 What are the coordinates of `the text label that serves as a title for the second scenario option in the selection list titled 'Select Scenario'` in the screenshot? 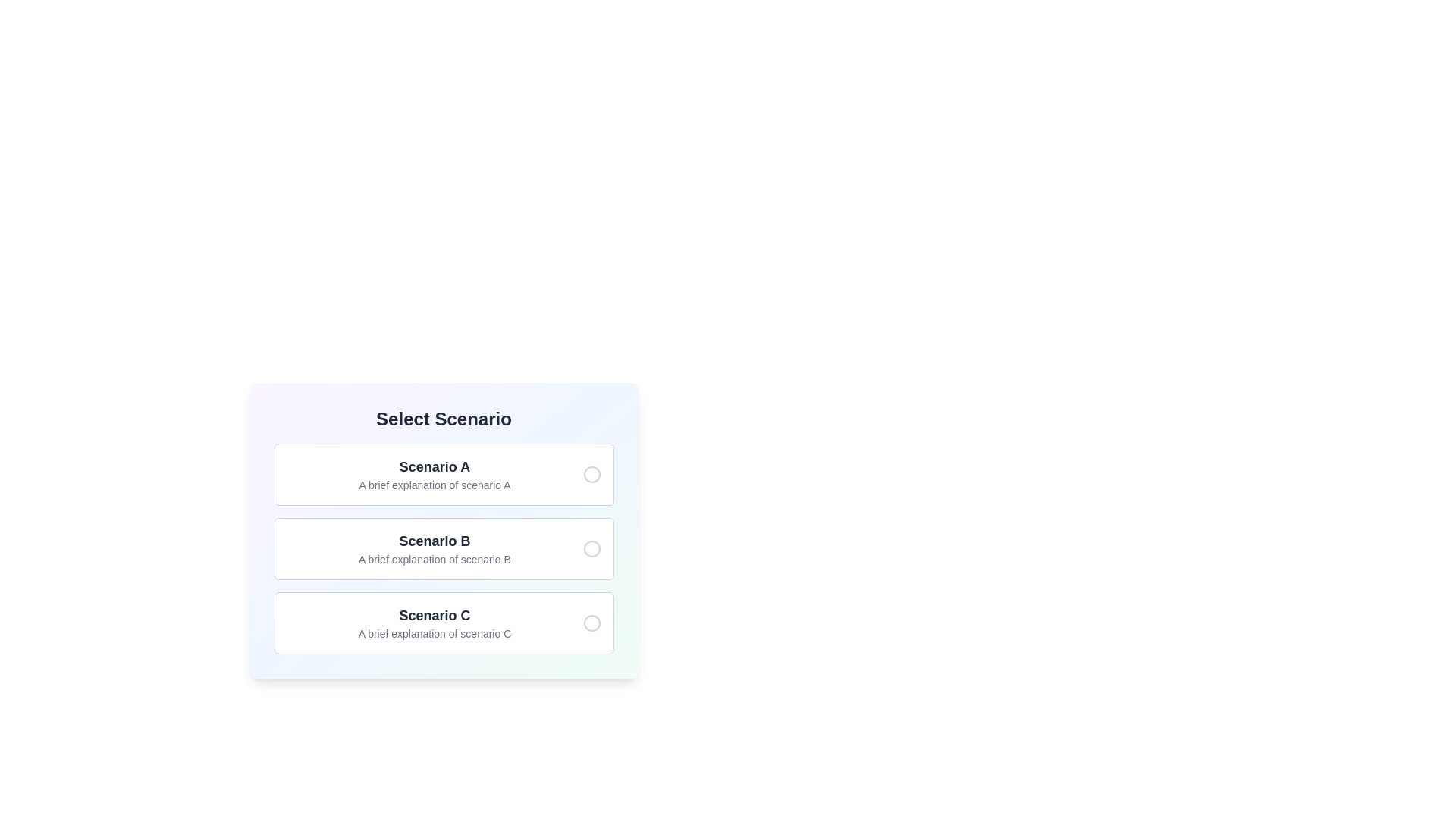 It's located at (434, 540).